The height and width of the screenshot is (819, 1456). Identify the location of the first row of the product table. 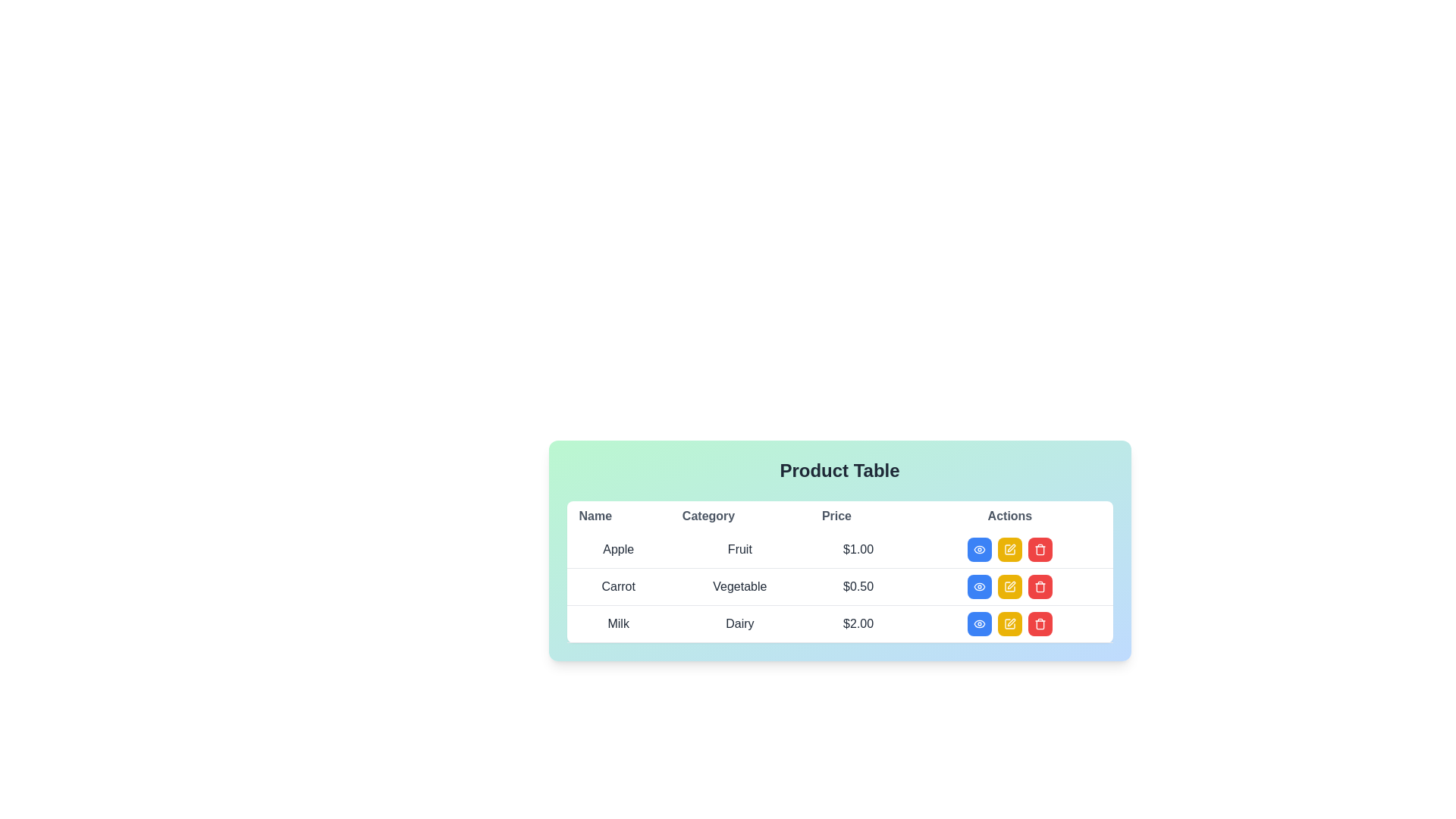
(839, 550).